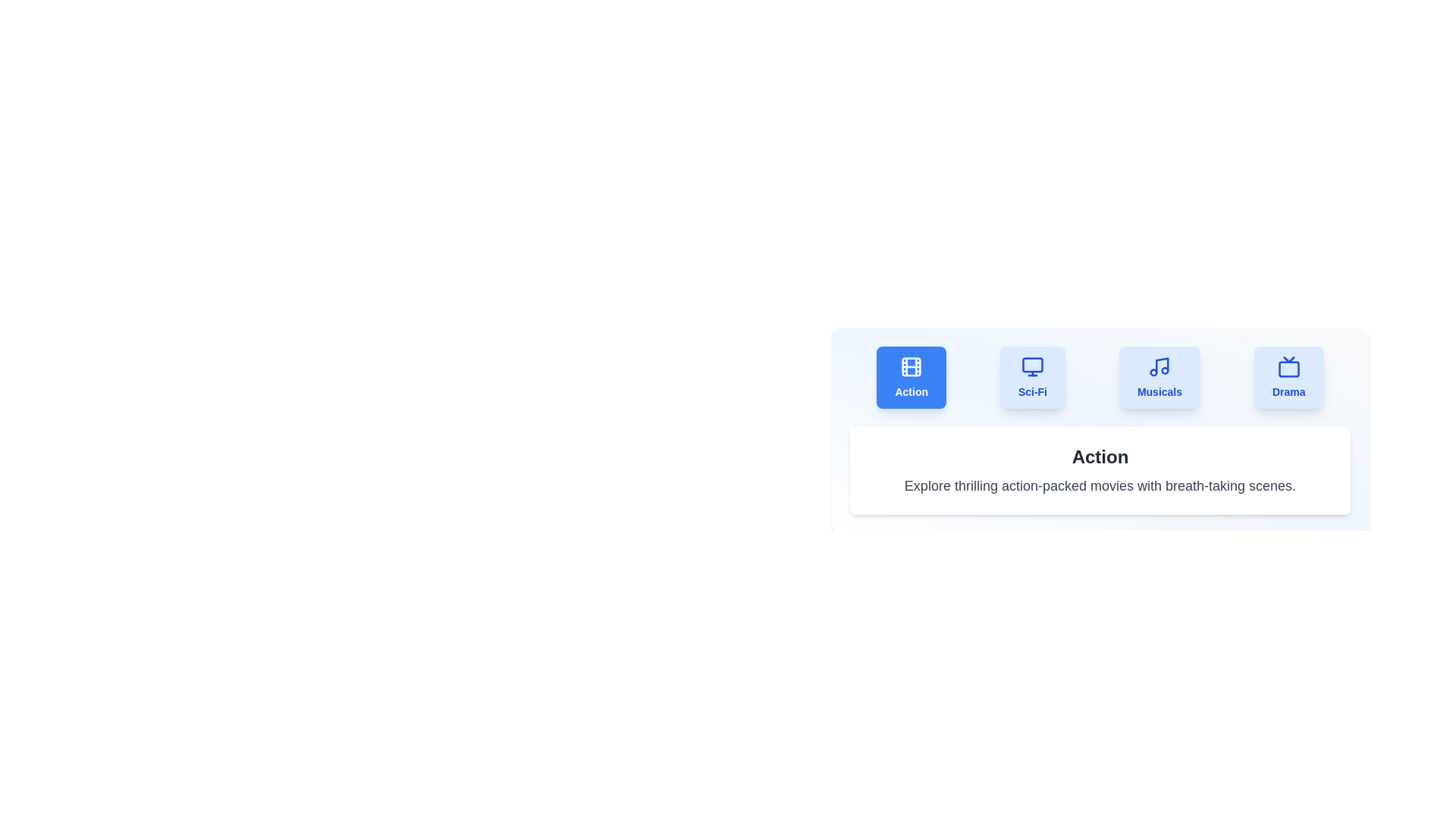  What do you see at coordinates (1288, 376) in the screenshot?
I see `the Drama tab to view its content` at bounding box center [1288, 376].